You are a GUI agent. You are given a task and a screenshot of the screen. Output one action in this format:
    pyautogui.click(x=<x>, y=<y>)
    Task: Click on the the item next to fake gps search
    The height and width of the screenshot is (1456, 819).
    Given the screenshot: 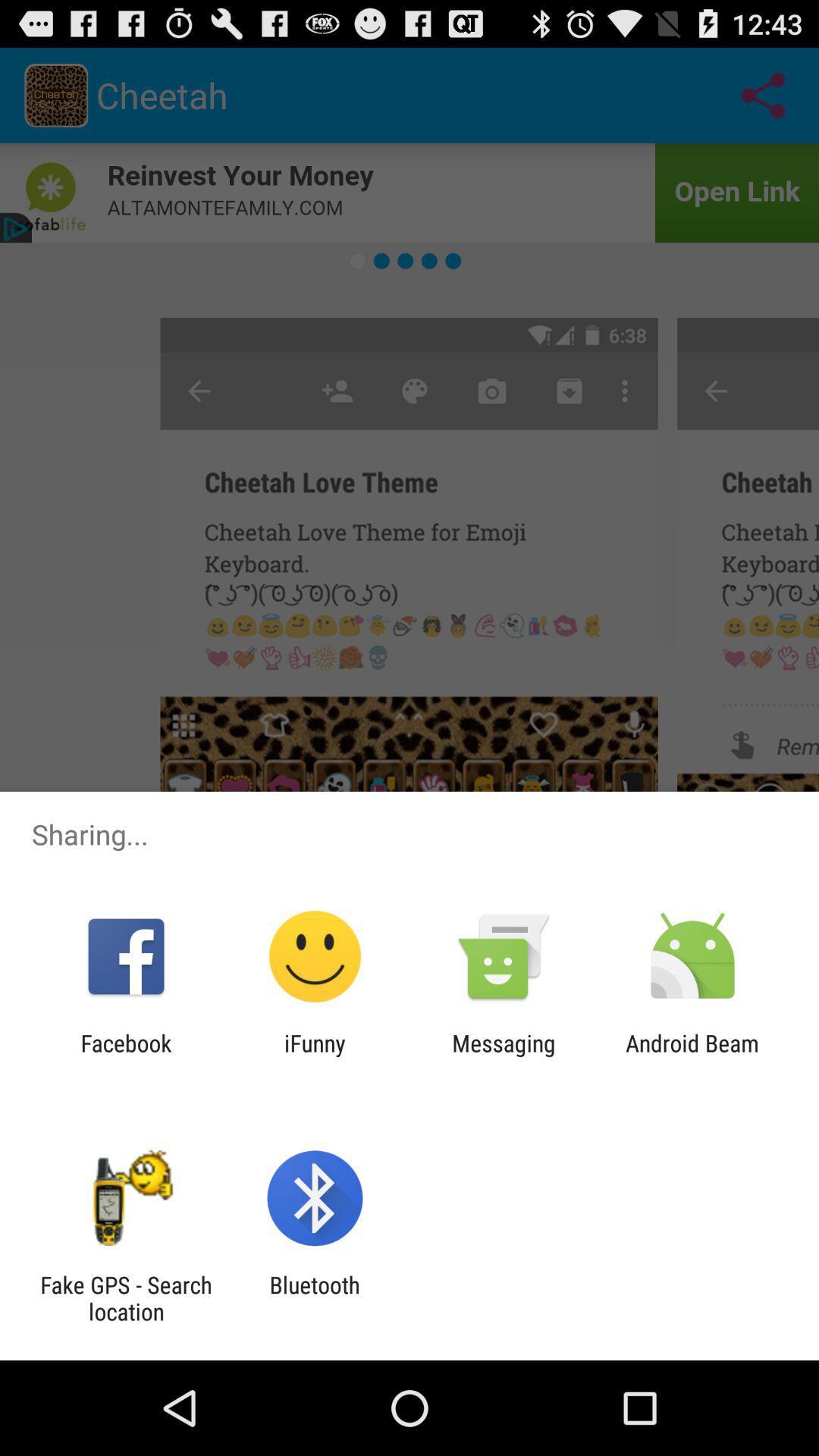 What is the action you would take?
    pyautogui.click(x=314, y=1298)
    